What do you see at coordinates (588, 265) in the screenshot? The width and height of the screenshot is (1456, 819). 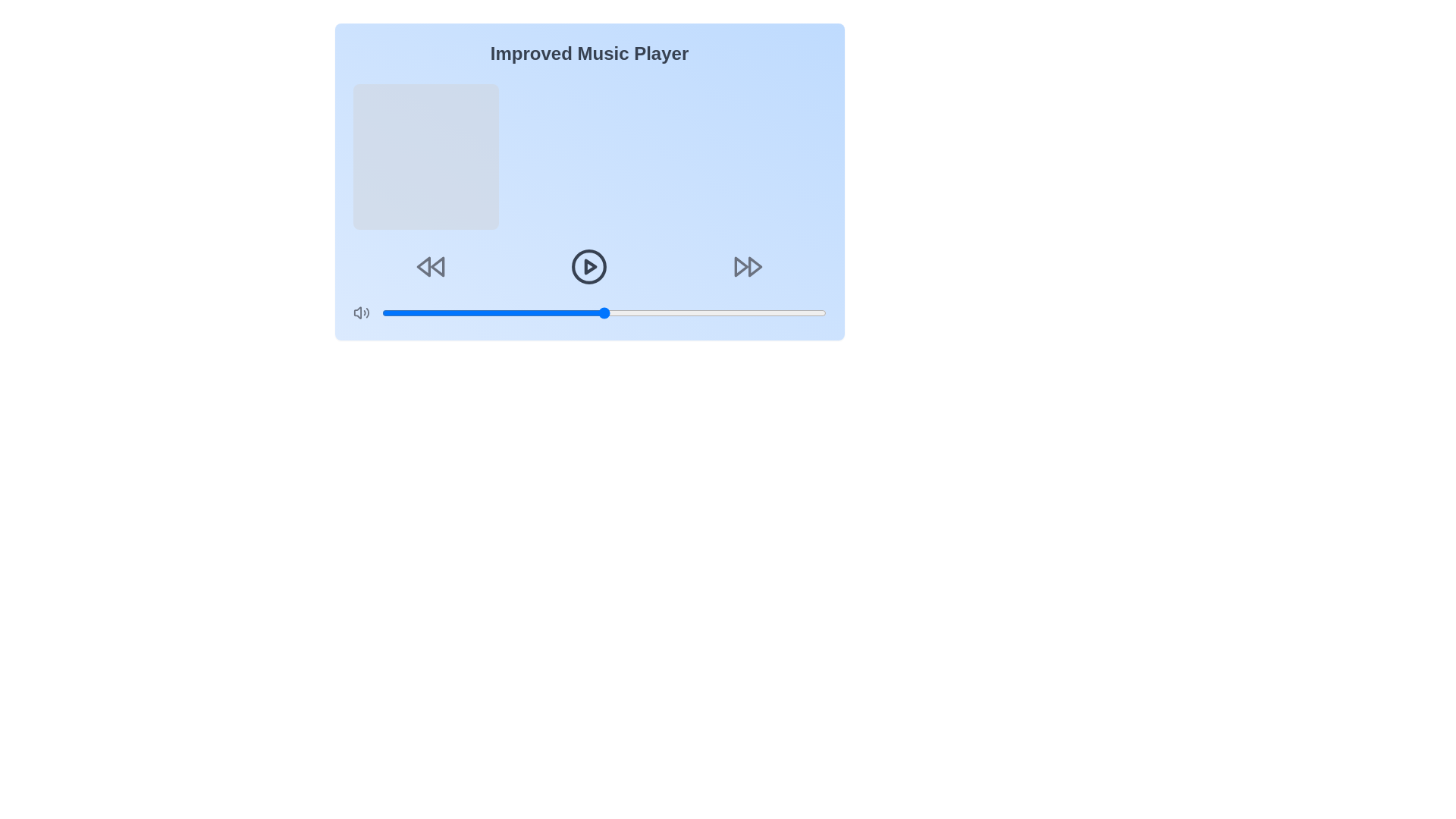 I see `the play button located centrally in the playback controls` at bounding box center [588, 265].